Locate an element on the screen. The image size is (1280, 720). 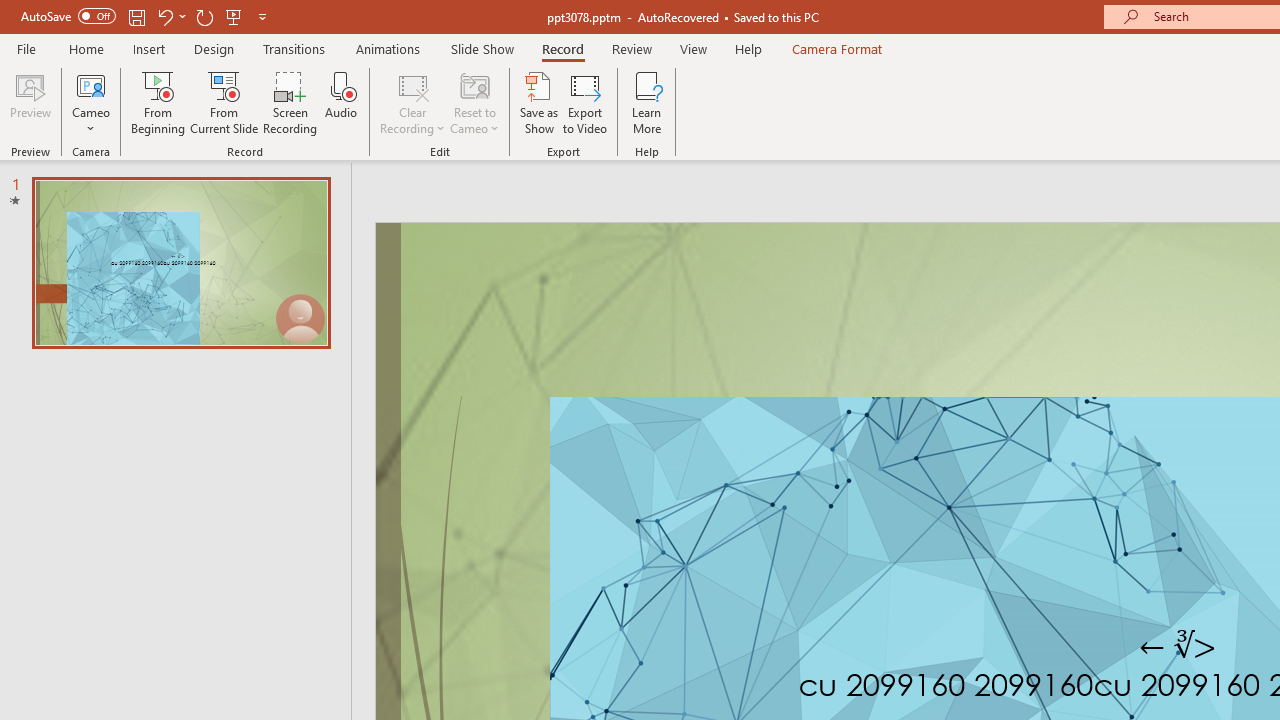
'Learn More' is located at coordinates (647, 103).